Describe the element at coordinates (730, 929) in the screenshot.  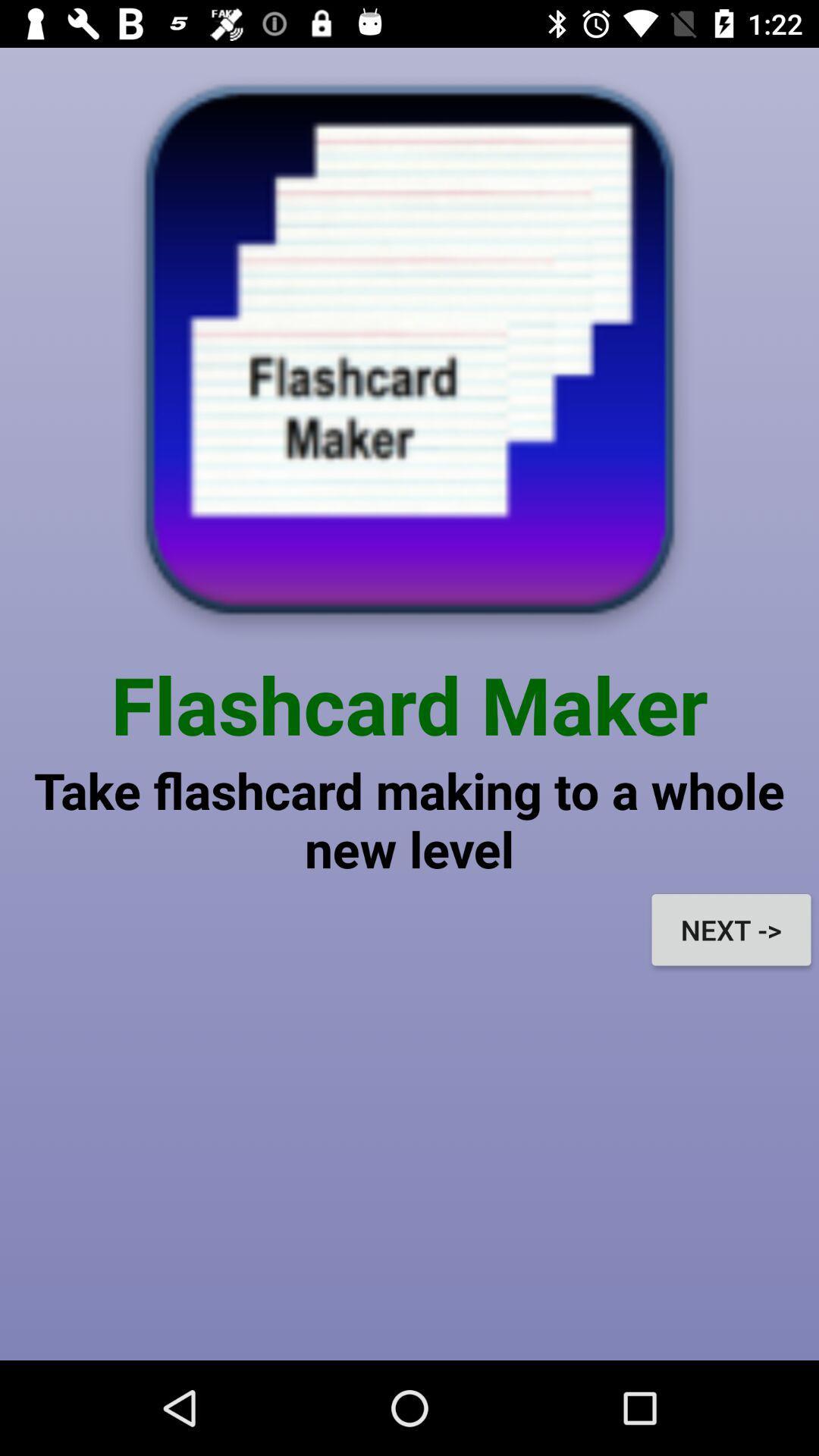
I see `the icon on the right` at that location.